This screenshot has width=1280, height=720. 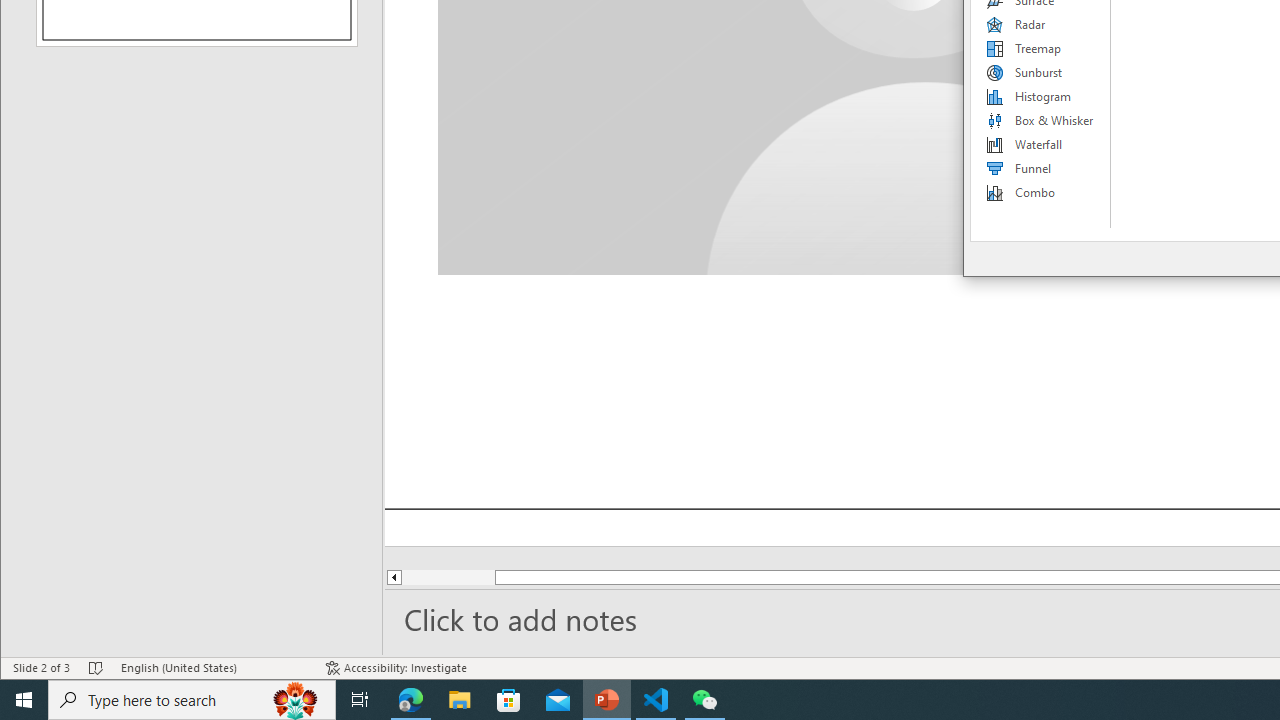 I want to click on 'Microsoft Edge - 1 running window', so click(x=410, y=698).